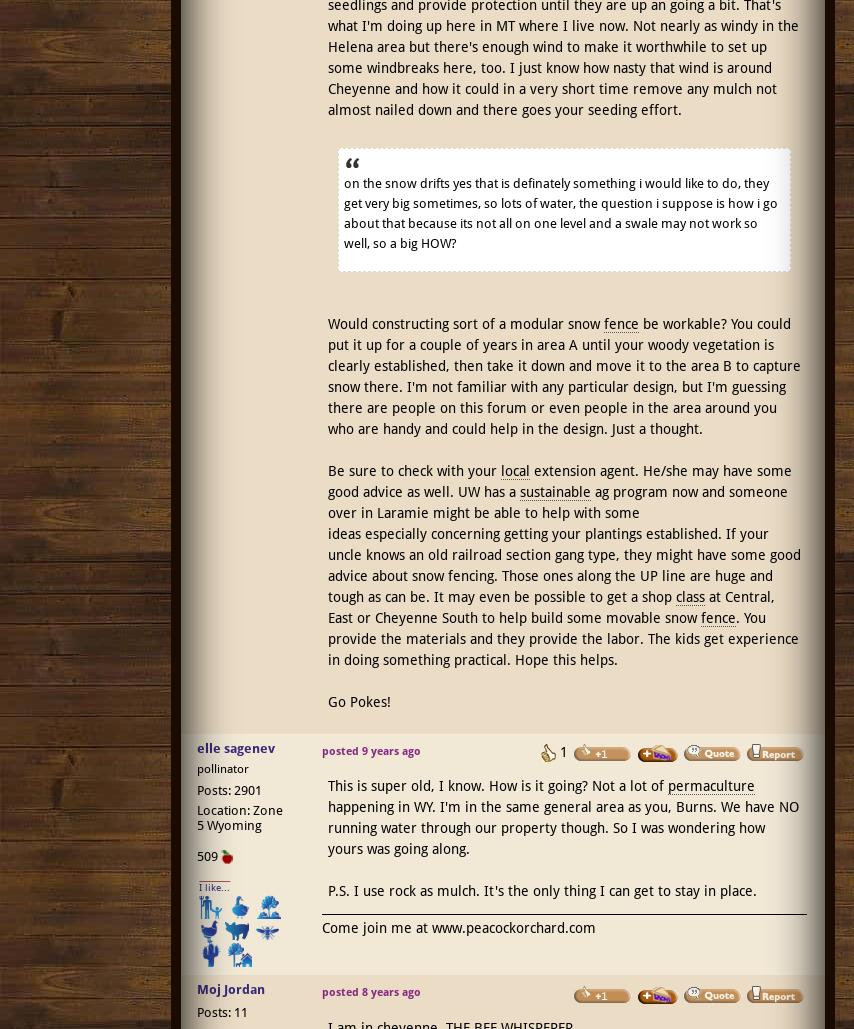 The height and width of the screenshot is (1029, 854). What do you see at coordinates (229, 988) in the screenshot?
I see `'Moj Jordan'` at bounding box center [229, 988].